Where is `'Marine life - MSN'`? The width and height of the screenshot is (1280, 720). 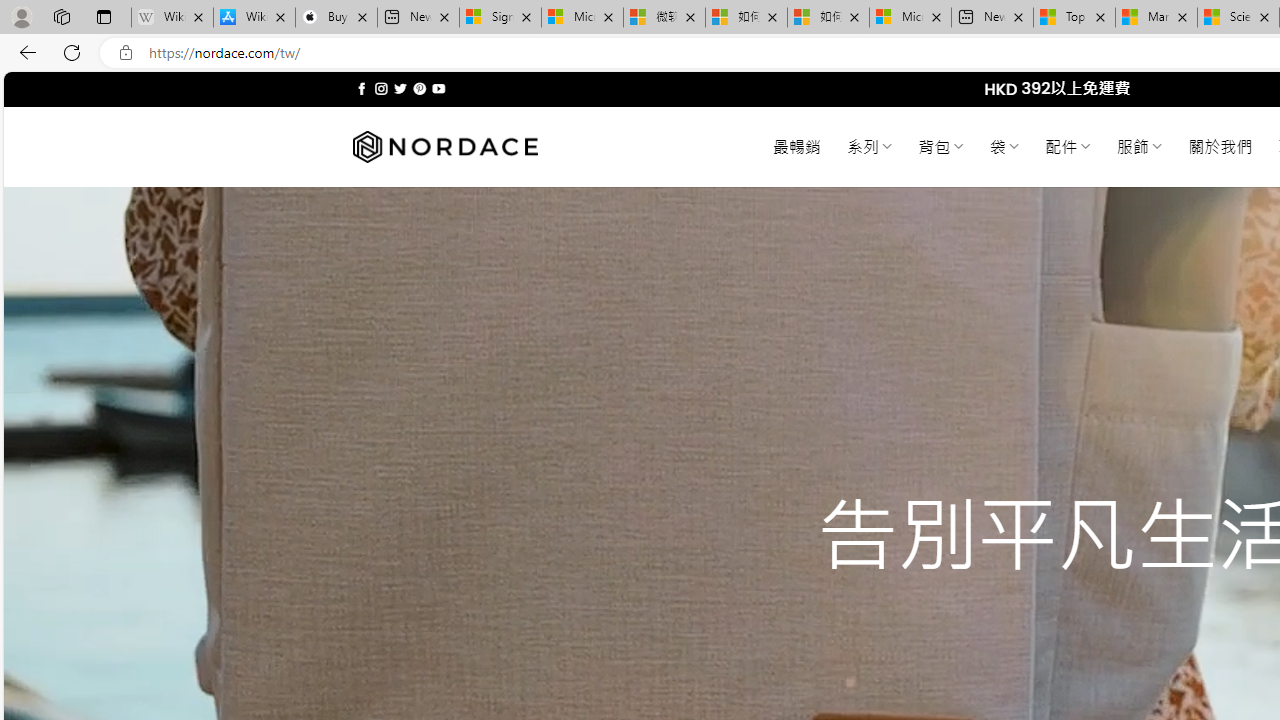
'Marine life - MSN' is located at coordinates (1156, 17).